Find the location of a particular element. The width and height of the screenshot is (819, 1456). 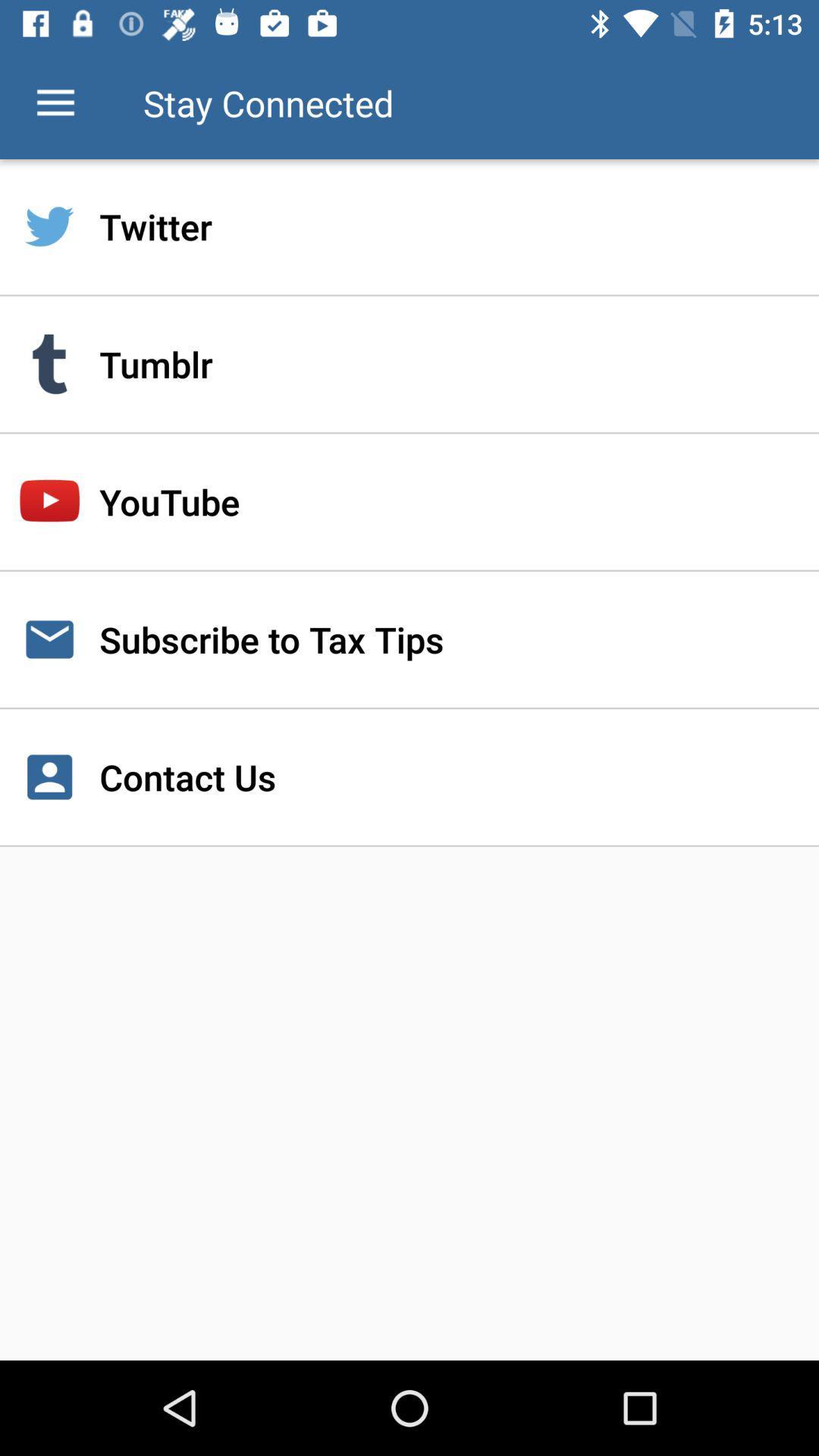

the tumblr is located at coordinates (409, 364).